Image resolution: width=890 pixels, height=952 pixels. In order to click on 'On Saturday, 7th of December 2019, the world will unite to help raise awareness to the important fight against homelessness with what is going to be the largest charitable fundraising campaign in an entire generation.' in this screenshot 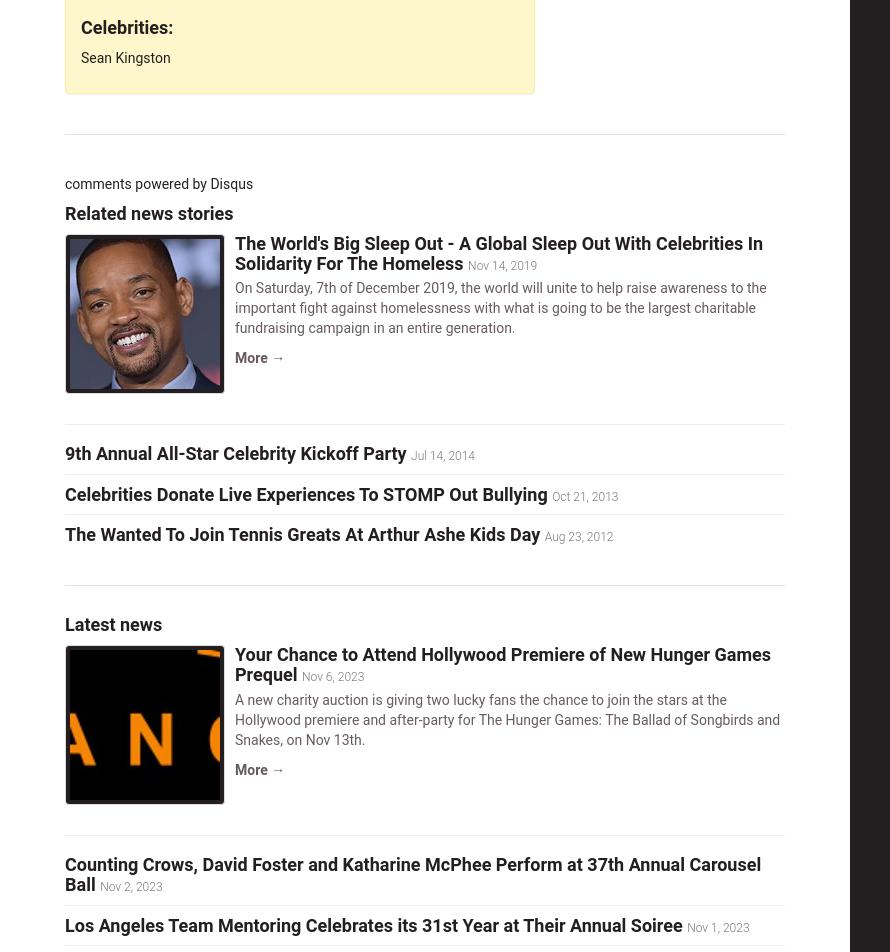, I will do `click(500, 307)`.